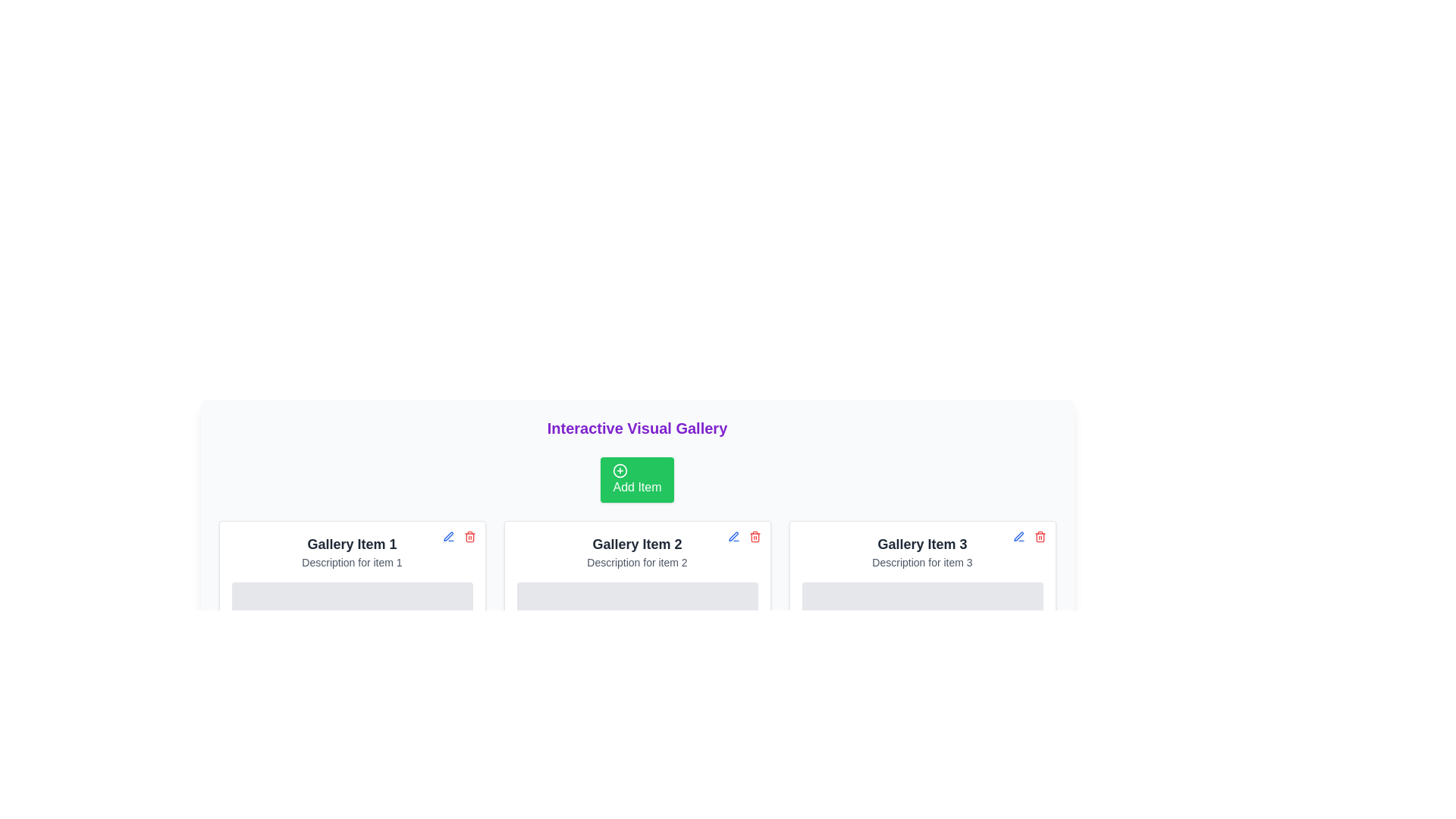 Image resolution: width=1456 pixels, height=819 pixels. Describe the element at coordinates (1029, 536) in the screenshot. I see `the red trash icon in the top-right corner of the third gallery box labeled 'Gallery Item 3'` at that location.